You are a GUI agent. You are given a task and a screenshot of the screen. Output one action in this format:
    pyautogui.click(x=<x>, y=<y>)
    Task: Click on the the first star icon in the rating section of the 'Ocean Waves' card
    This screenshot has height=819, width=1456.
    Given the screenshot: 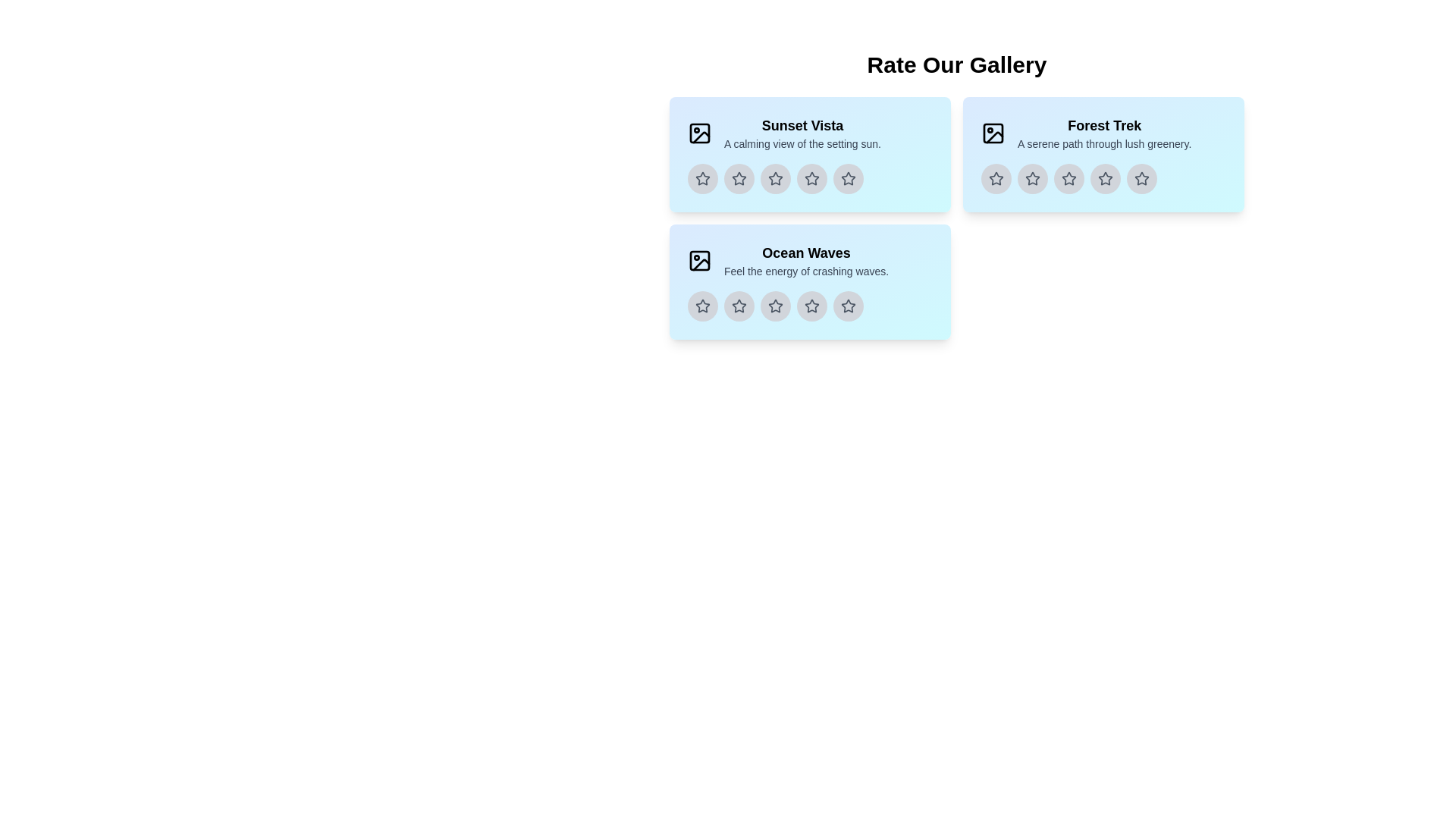 What is the action you would take?
    pyautogui.click(x=739, y=306)
    